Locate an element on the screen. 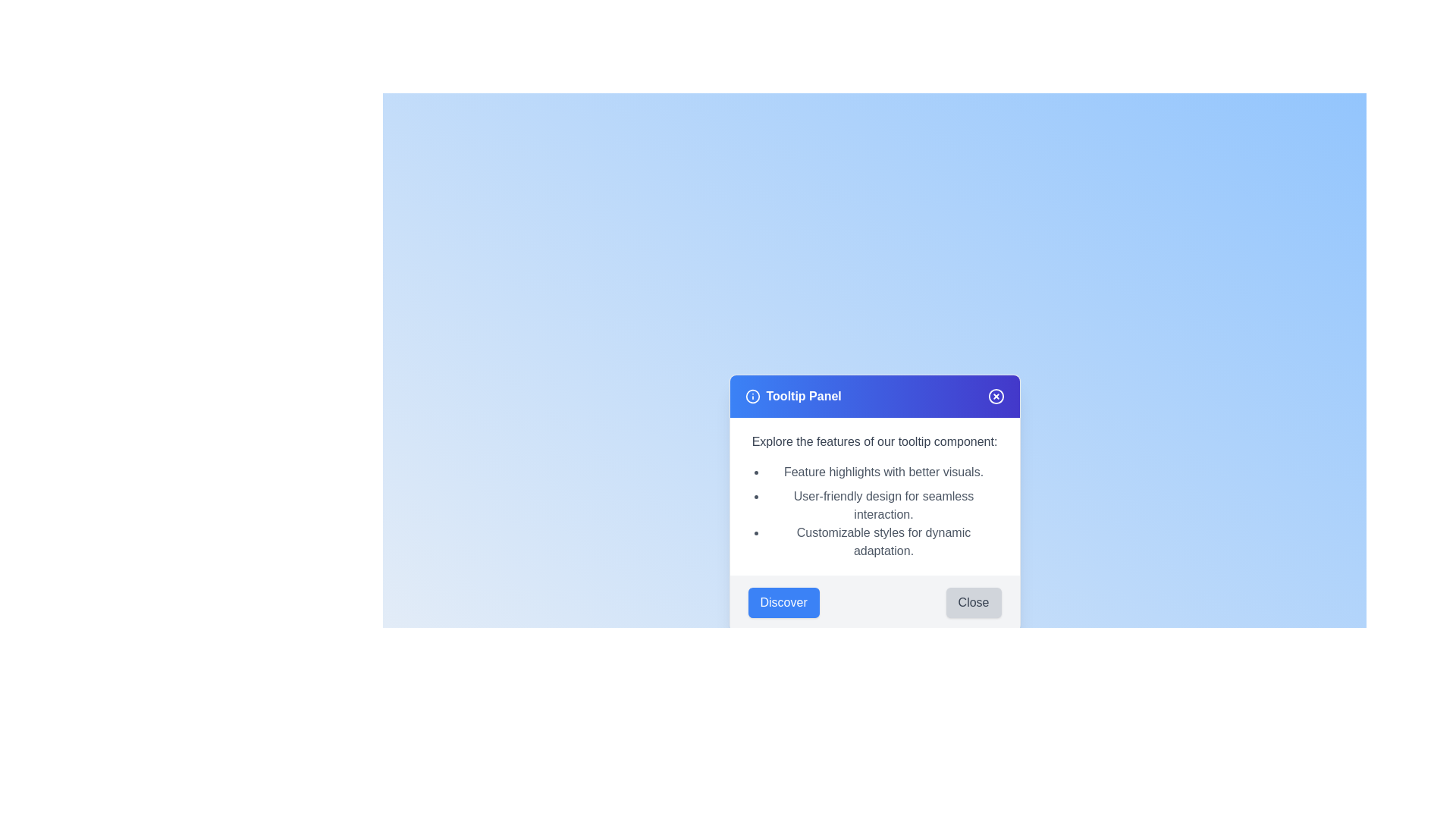 Image resolution: width=1456 pixels, height=819 pixels. the static text element that says 'Customizable styles for dynamic adaptation.', which is the last item in a bulleted list in a tooltip panel is located at coordinates (883, 541).